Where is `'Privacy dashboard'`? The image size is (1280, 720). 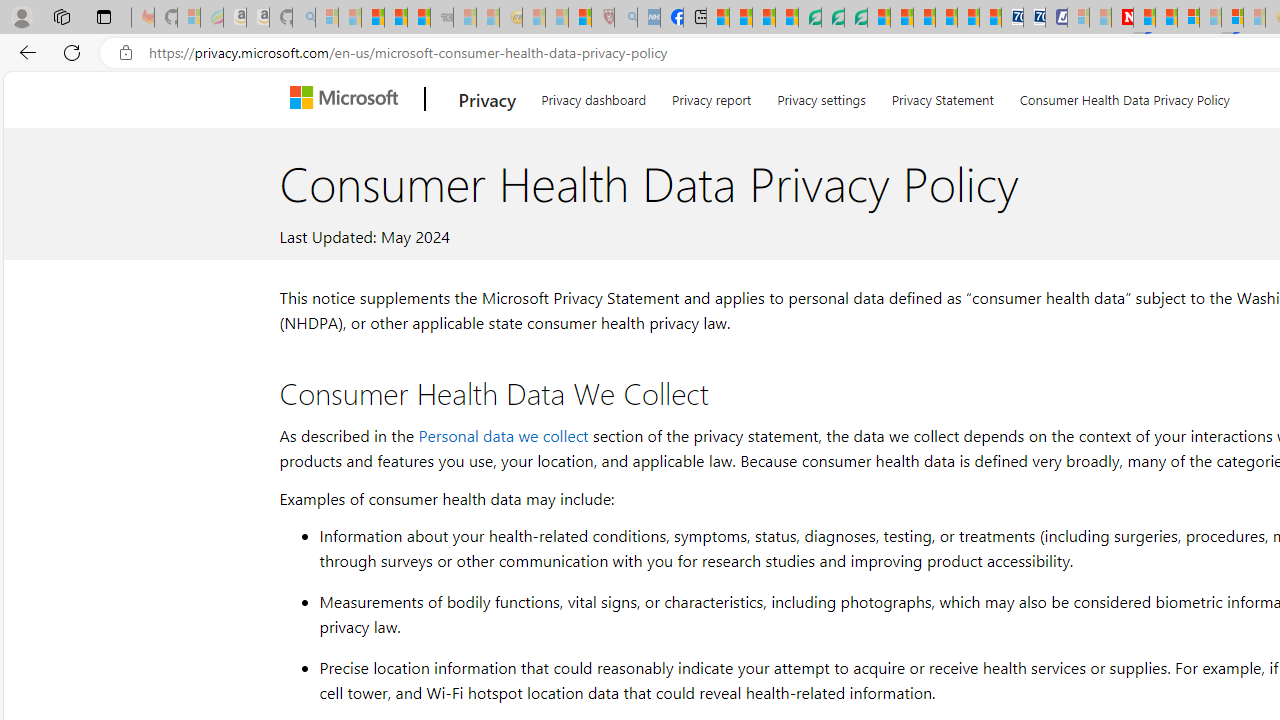
'Privacy dashboard' is located at coordinates (592, 96).